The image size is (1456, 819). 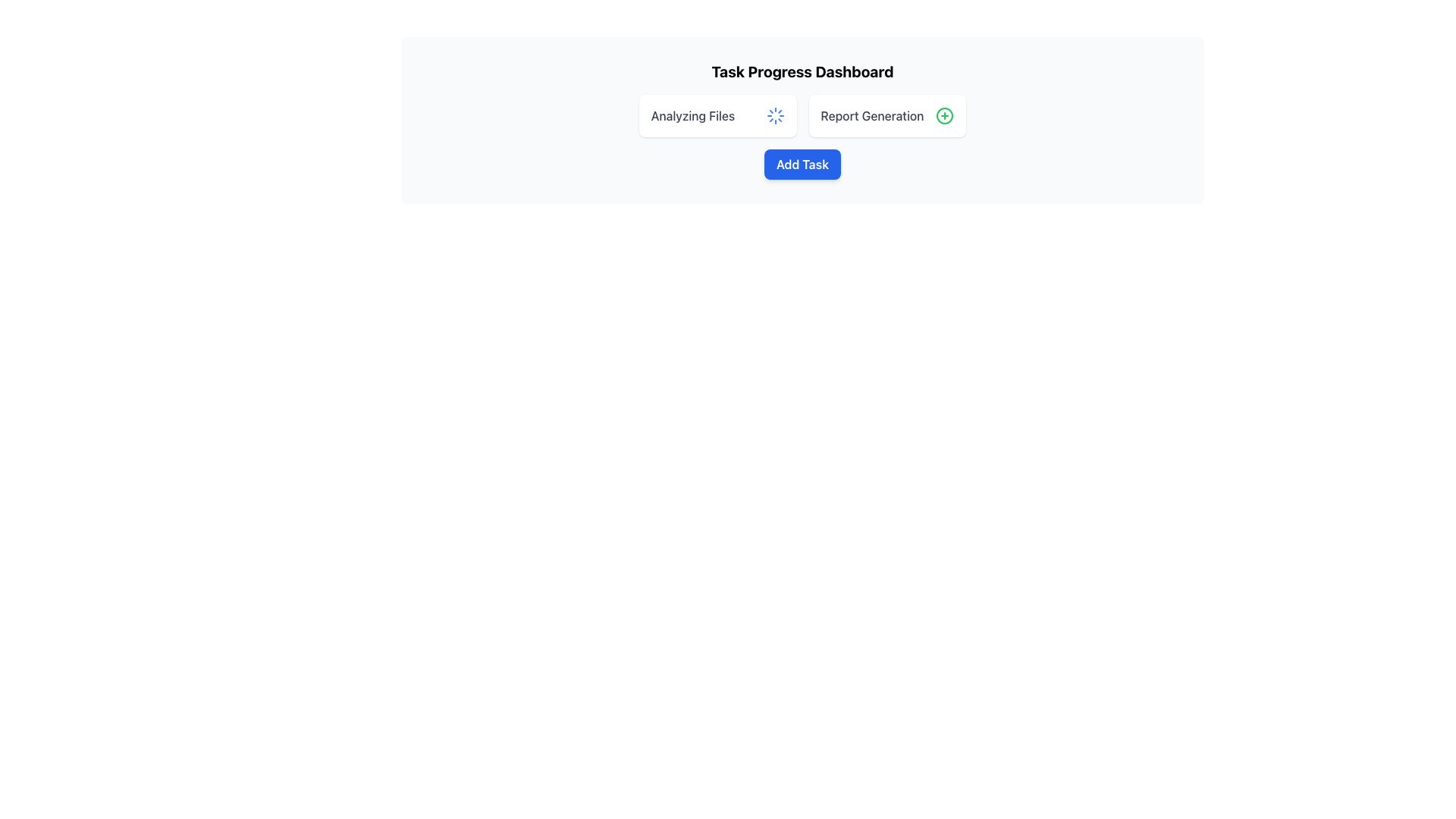 What do you see at coordinates (775, 115) in the screenshot?
I see `the blue circular spinning loader icon located next to the 'Analyzing Files' text to identify the file analysis status` at bounding box center [775, 115].